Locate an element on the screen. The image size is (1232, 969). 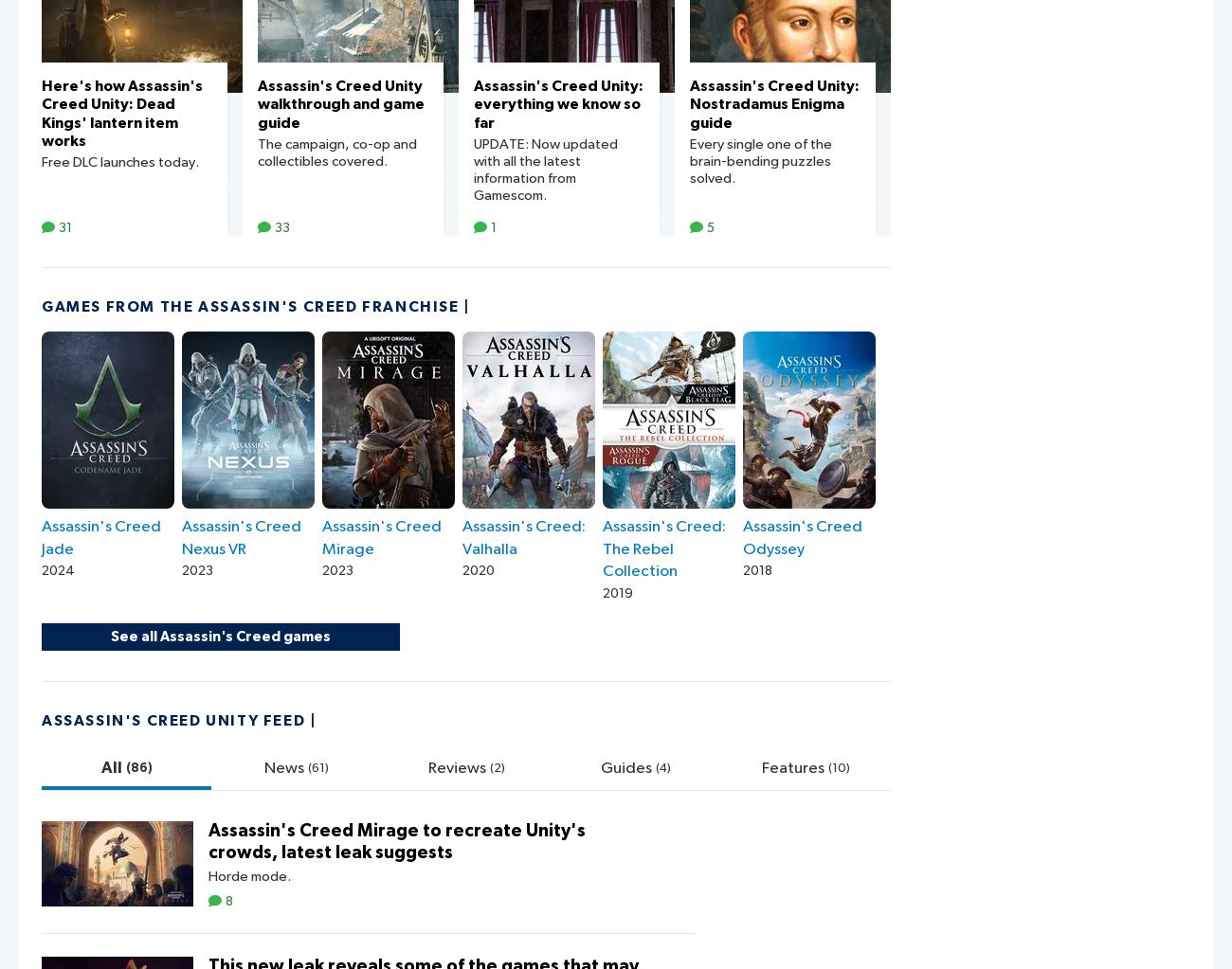
'Assassin's Creed: Valhalla' is located at coordinates (523, 537).